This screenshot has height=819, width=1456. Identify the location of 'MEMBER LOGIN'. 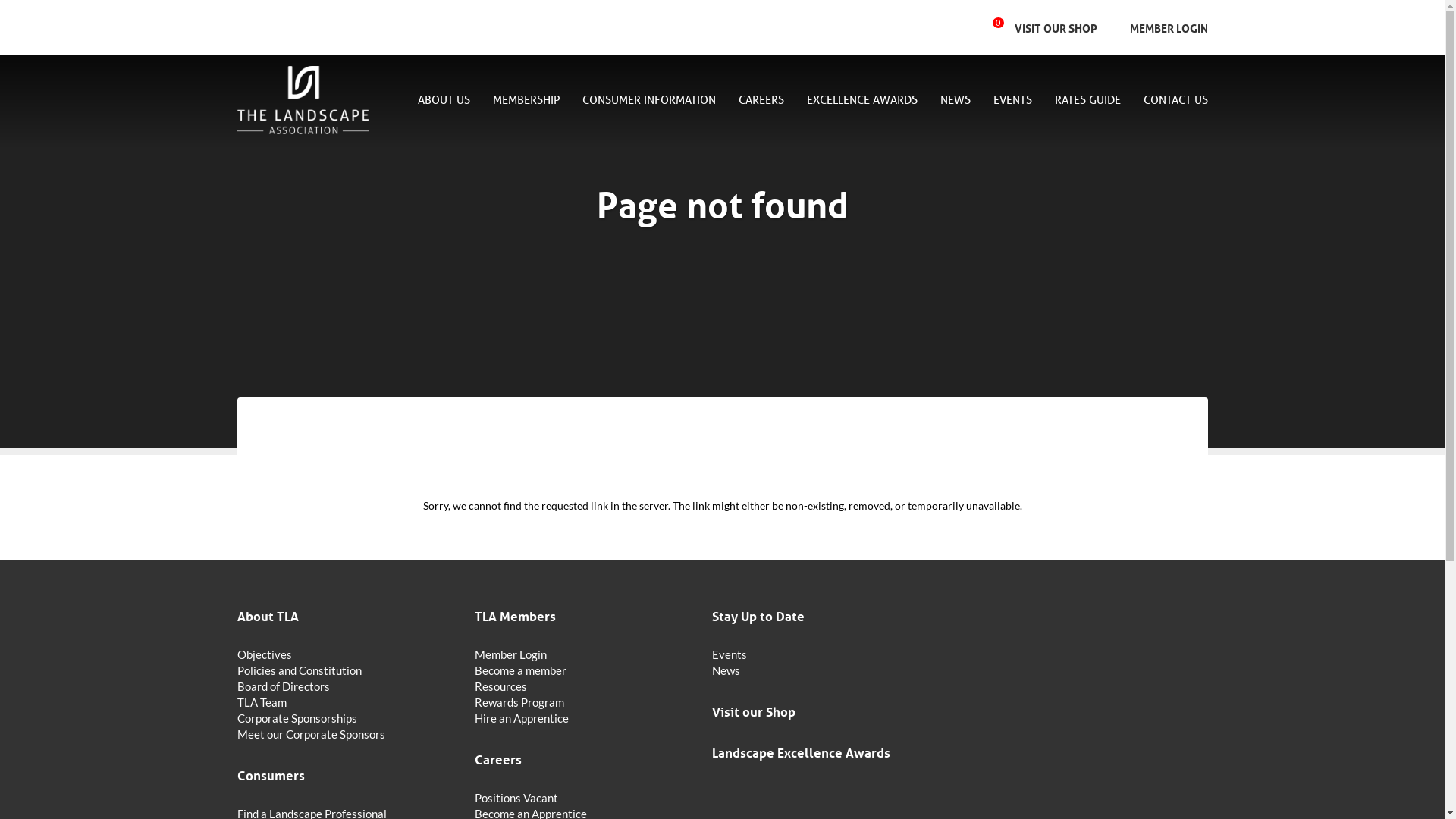
(1119, 27).